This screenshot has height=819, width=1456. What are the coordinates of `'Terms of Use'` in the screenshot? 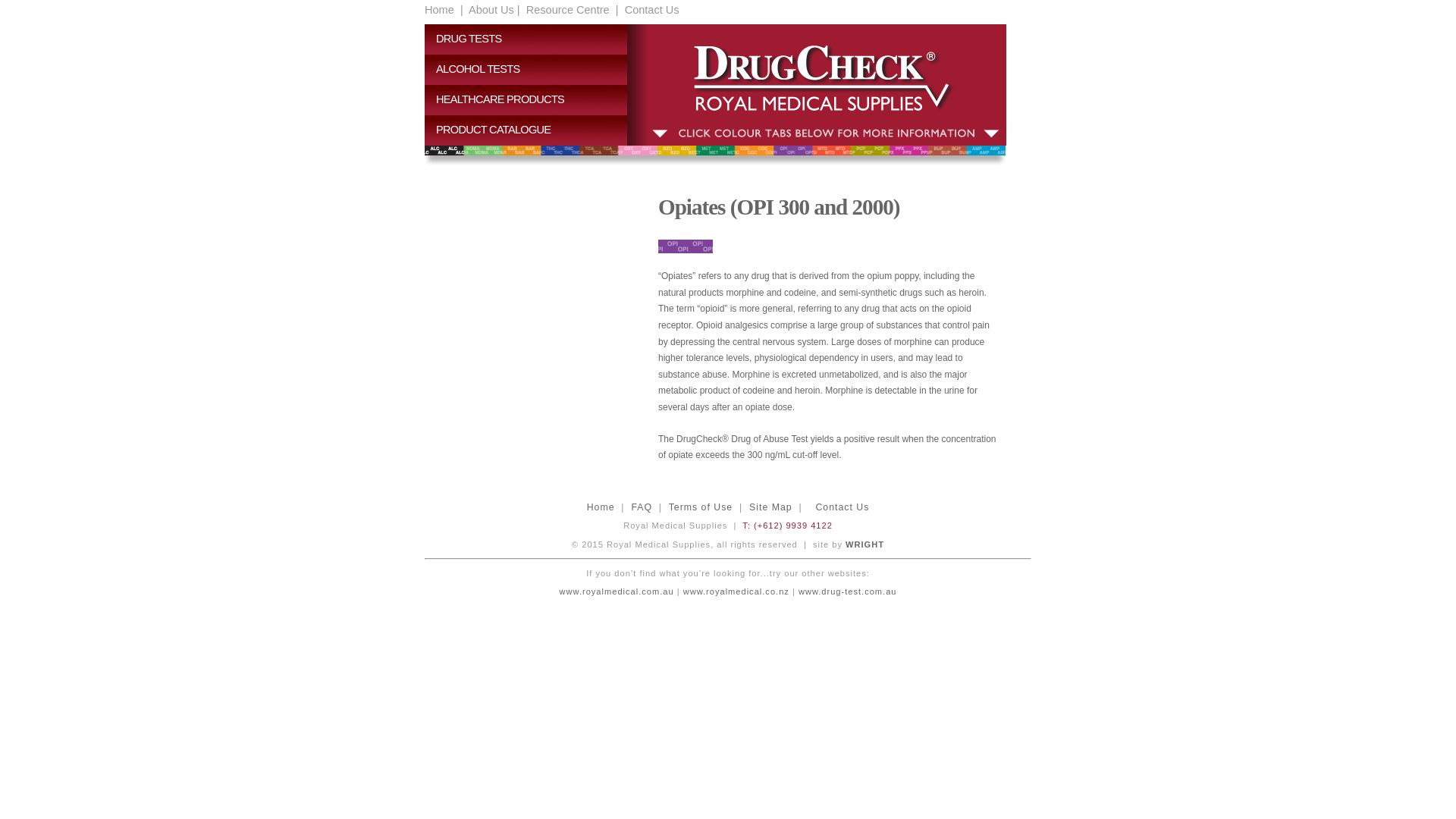 It's located at (700, 507).